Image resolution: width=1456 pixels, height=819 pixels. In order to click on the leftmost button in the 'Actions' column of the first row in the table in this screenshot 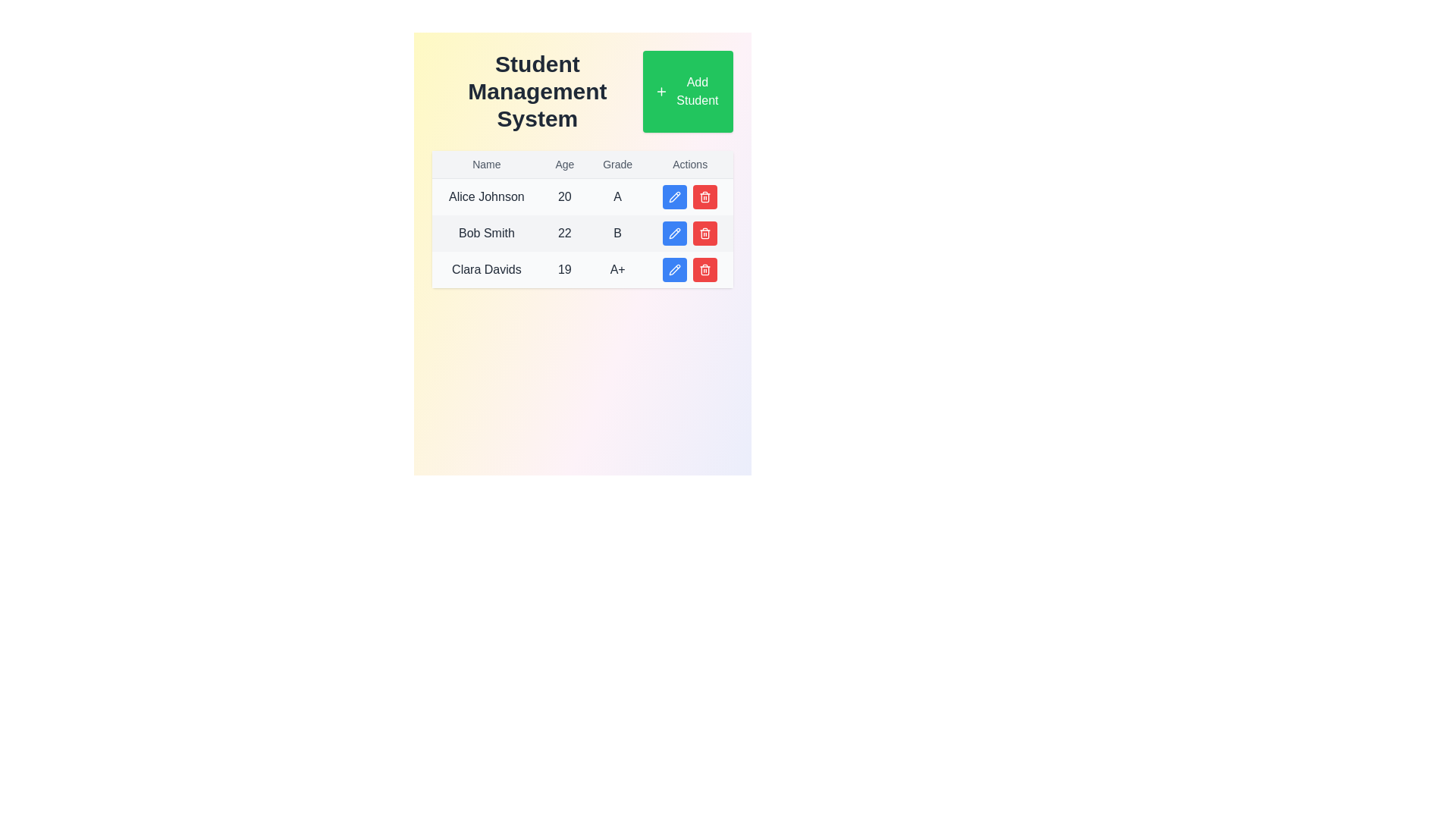, I will do `click(674, 196)`.